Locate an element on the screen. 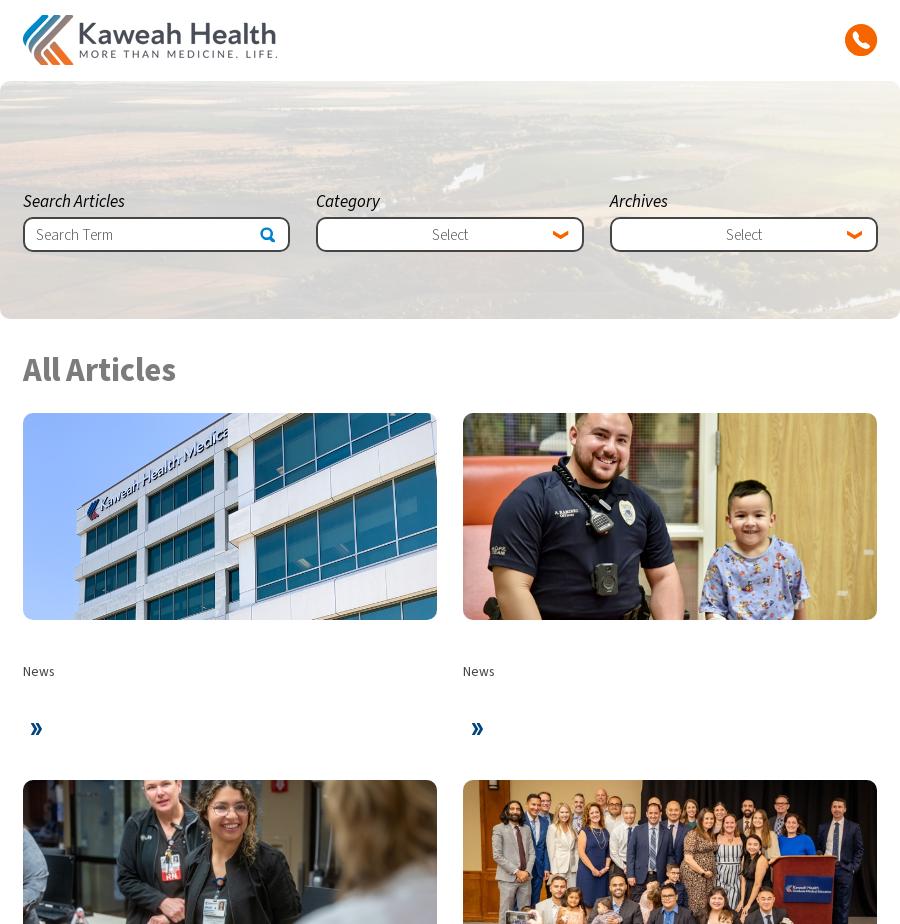 Image resolution: width=900 pixels, height=924 pixels. '1' is located at coordinates (782, 442).